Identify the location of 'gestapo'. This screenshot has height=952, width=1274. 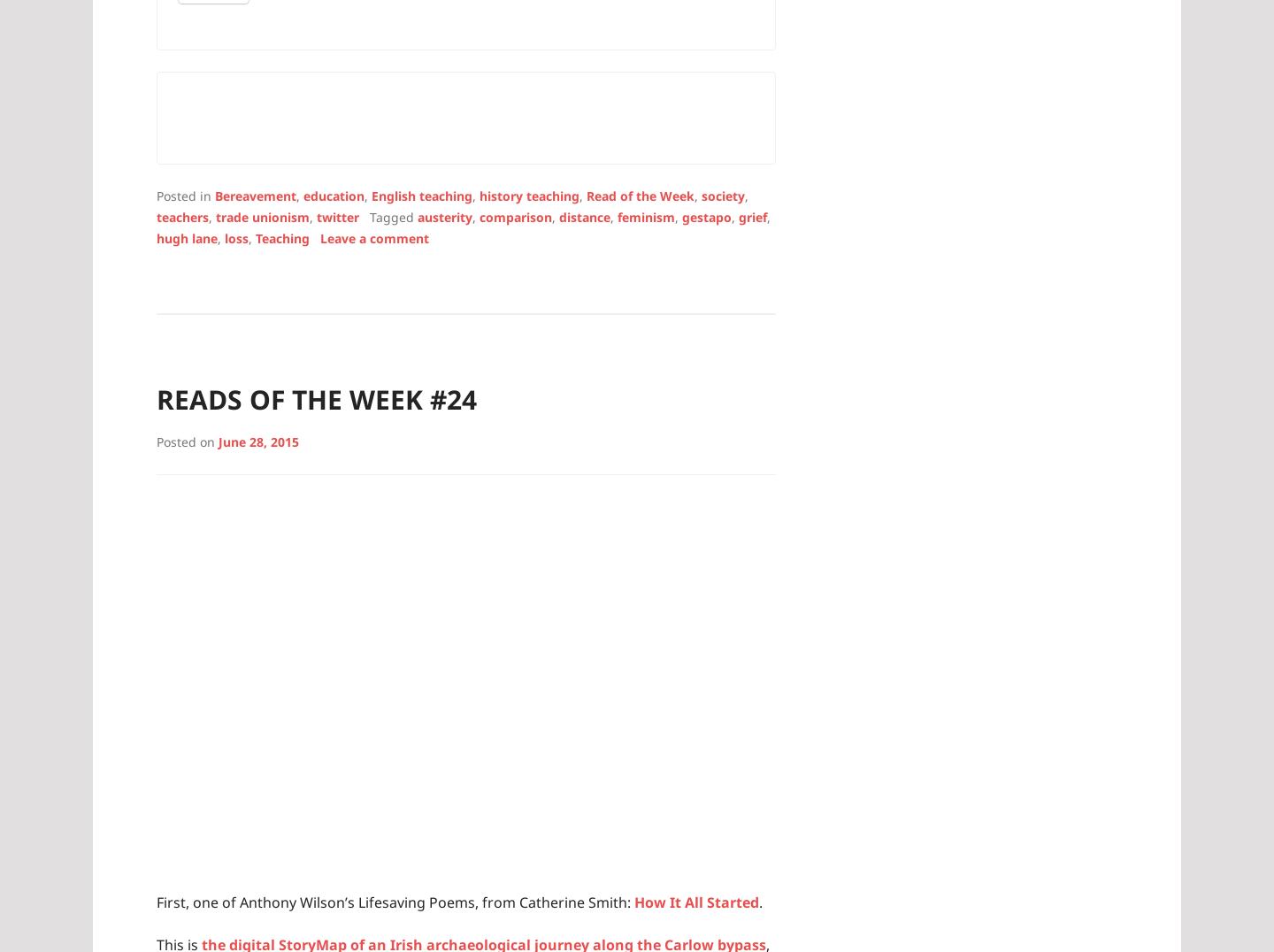
(707, 216).